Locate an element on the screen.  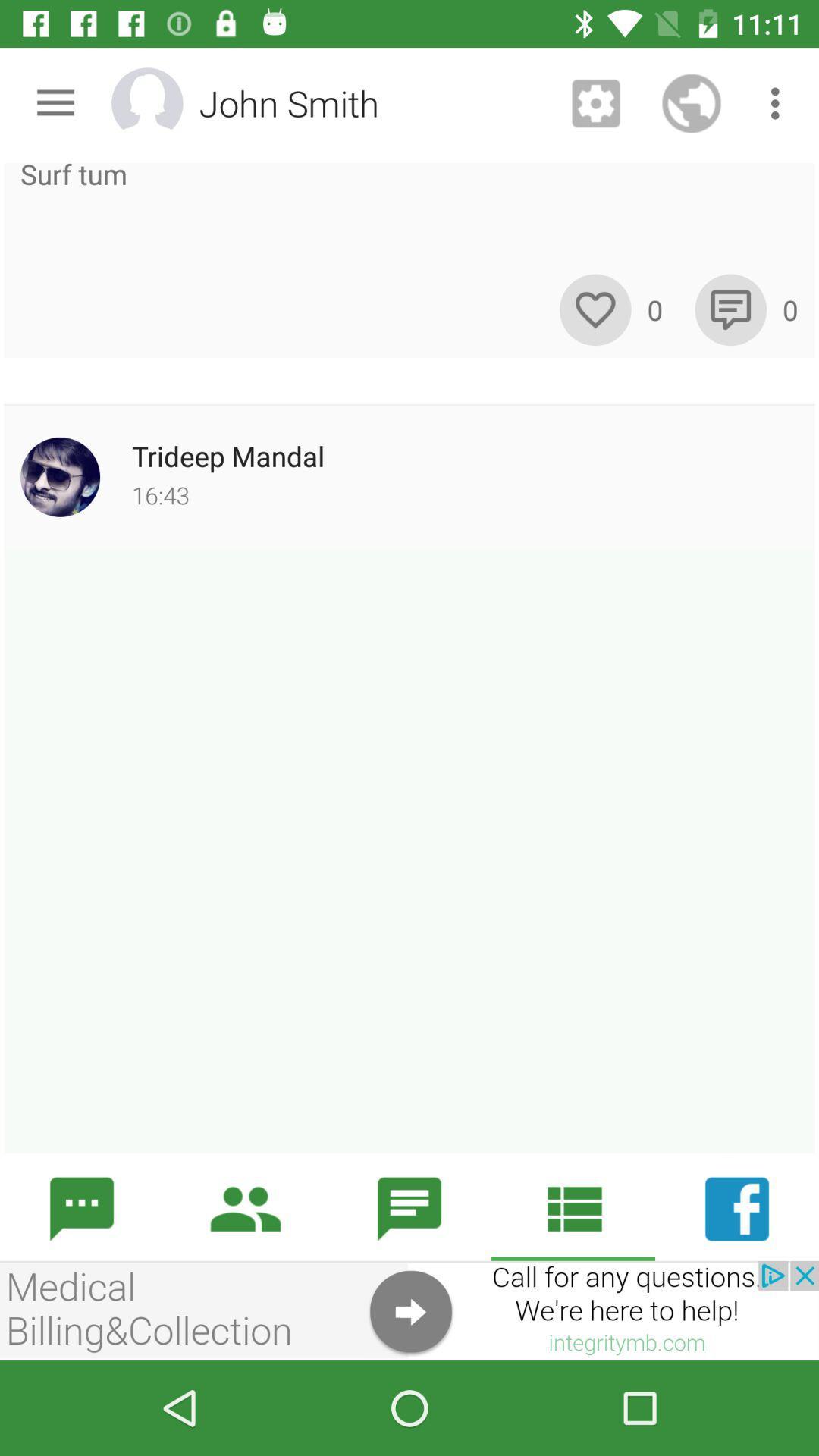
comment switch option is located at coordinates (730, 309).